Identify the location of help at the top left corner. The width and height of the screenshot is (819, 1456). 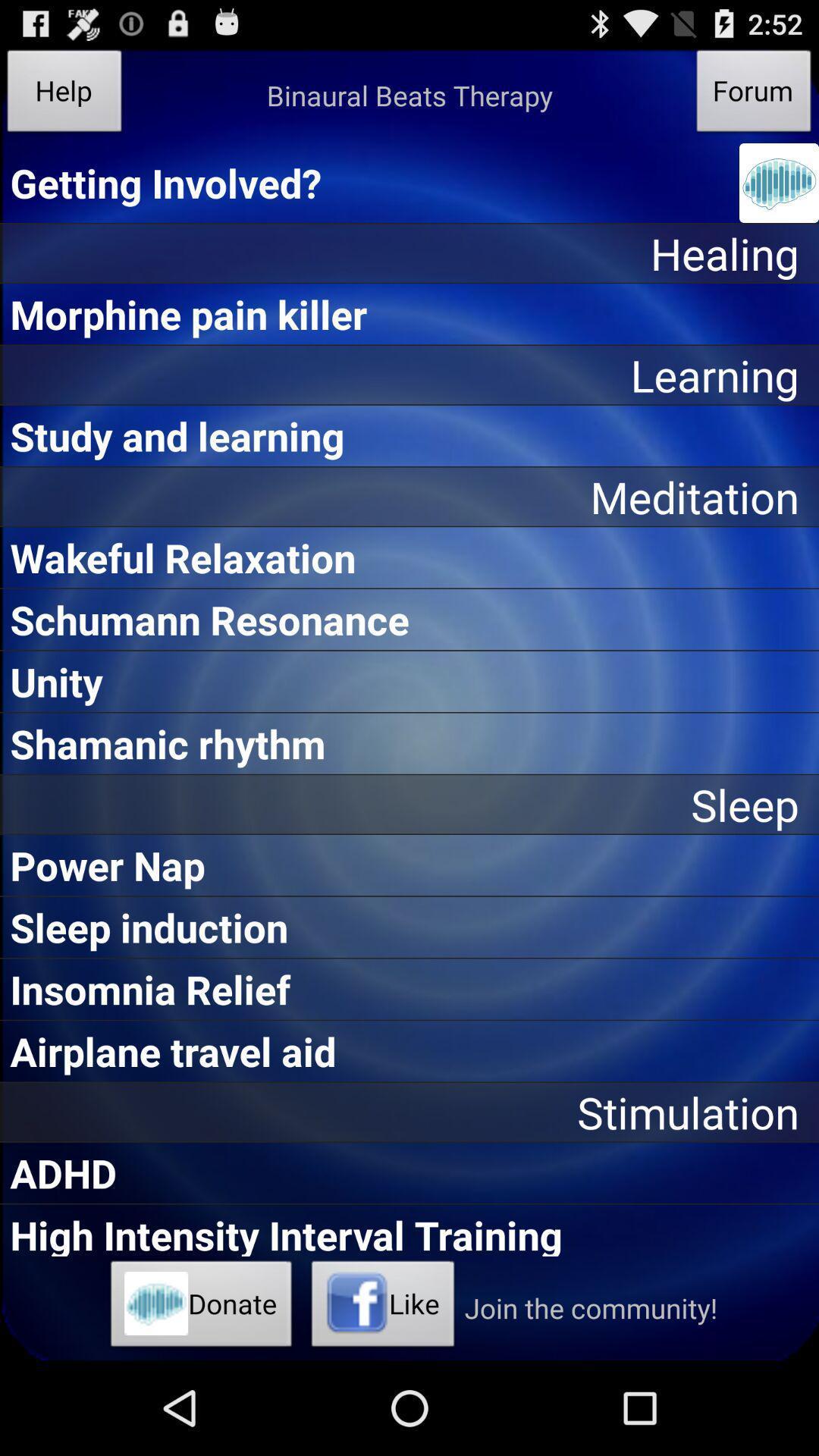
(64, 94).